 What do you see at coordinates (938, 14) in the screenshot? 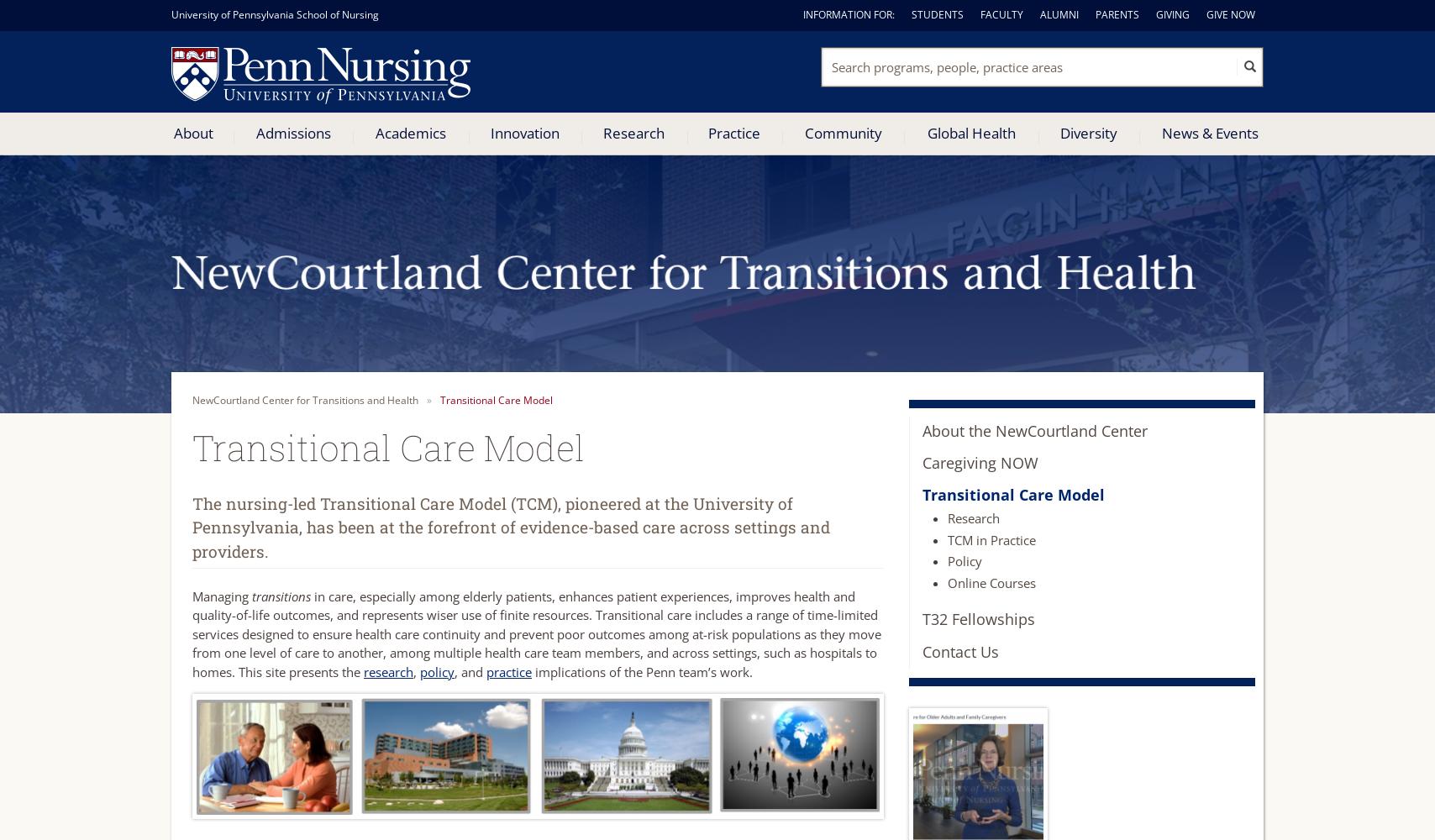
I see `'Students'` at bounding box center [938, 14].